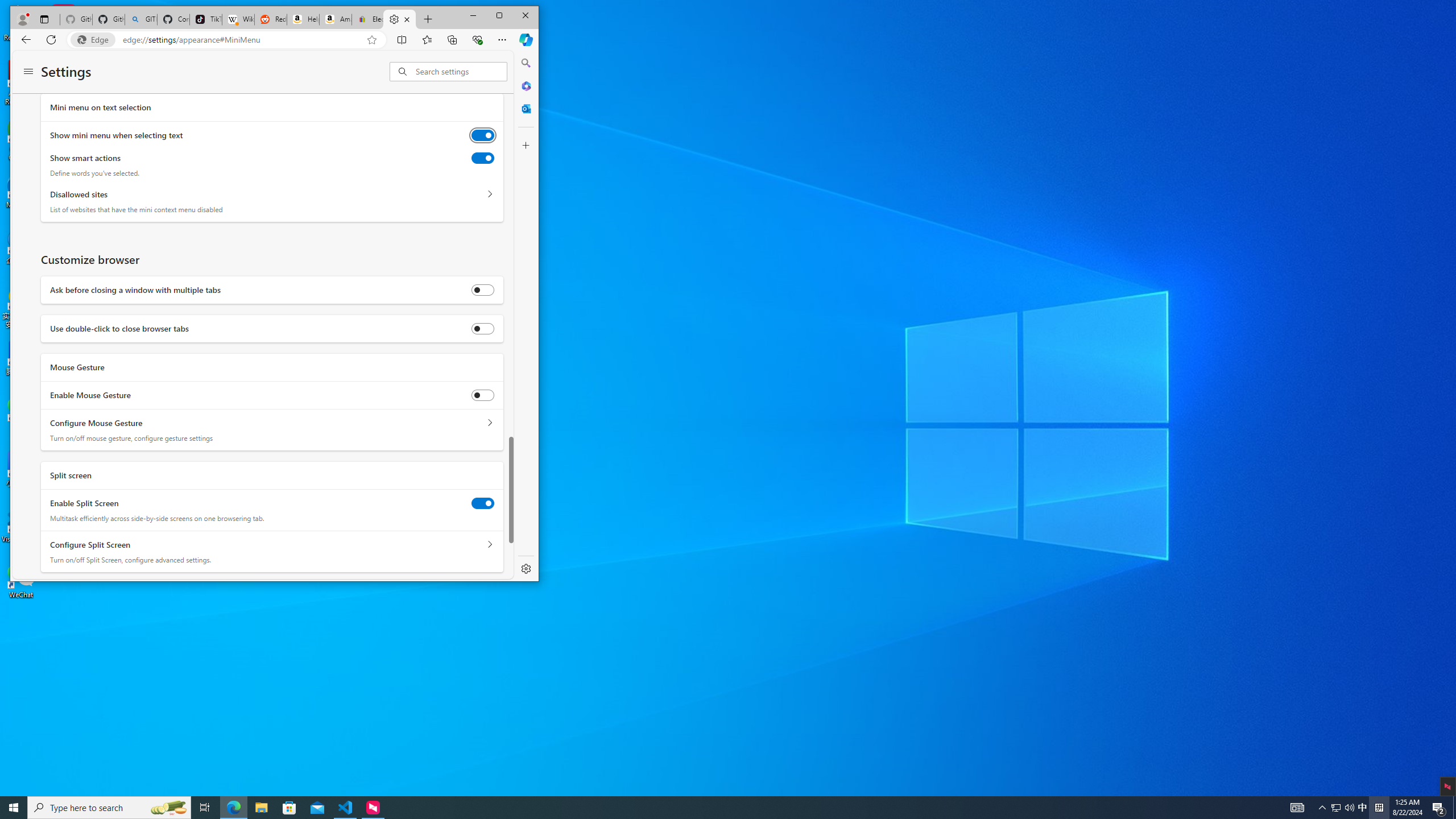  Describe the element at coordinates (1296, 806) in the screenshot. I see `'AutomationID: 4105'` at that location.